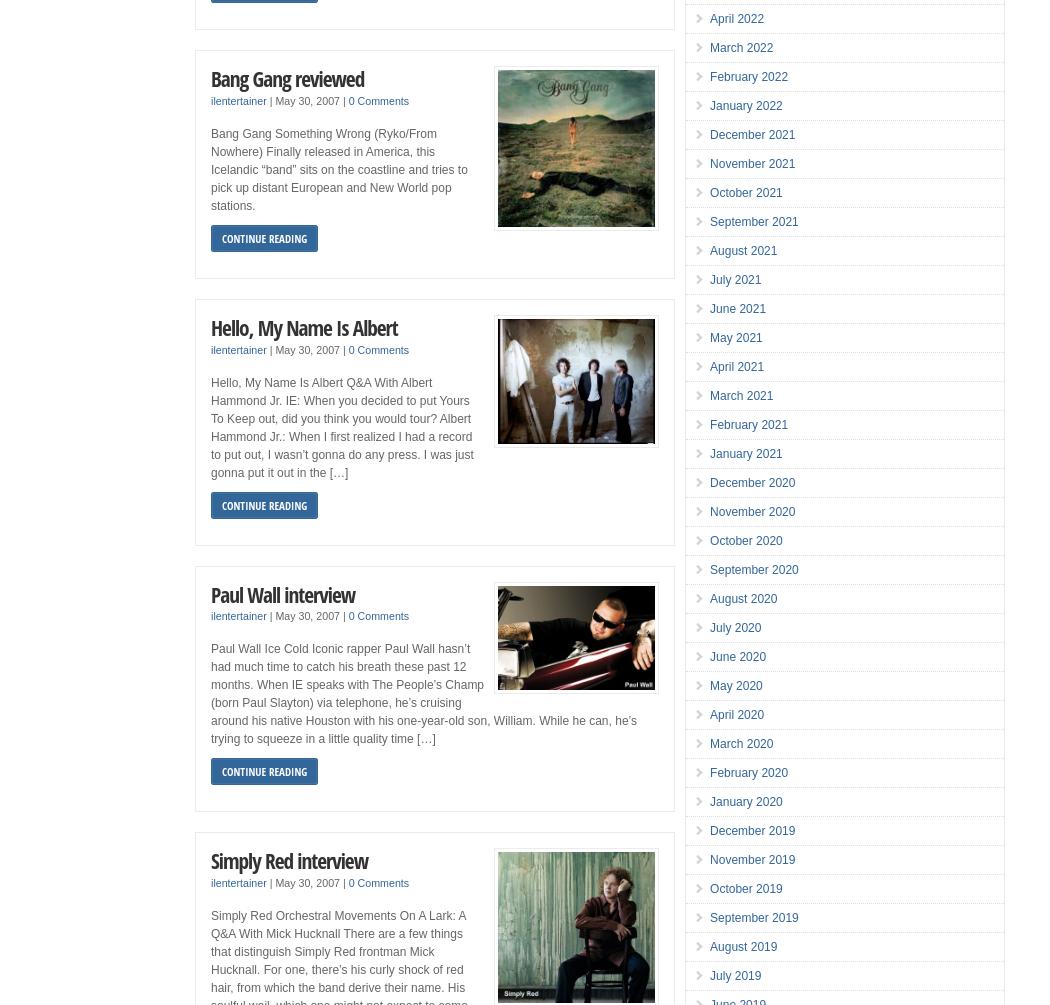 The image size is (1050, 1005). I want to click on 'September 2021', so click(754, 221).